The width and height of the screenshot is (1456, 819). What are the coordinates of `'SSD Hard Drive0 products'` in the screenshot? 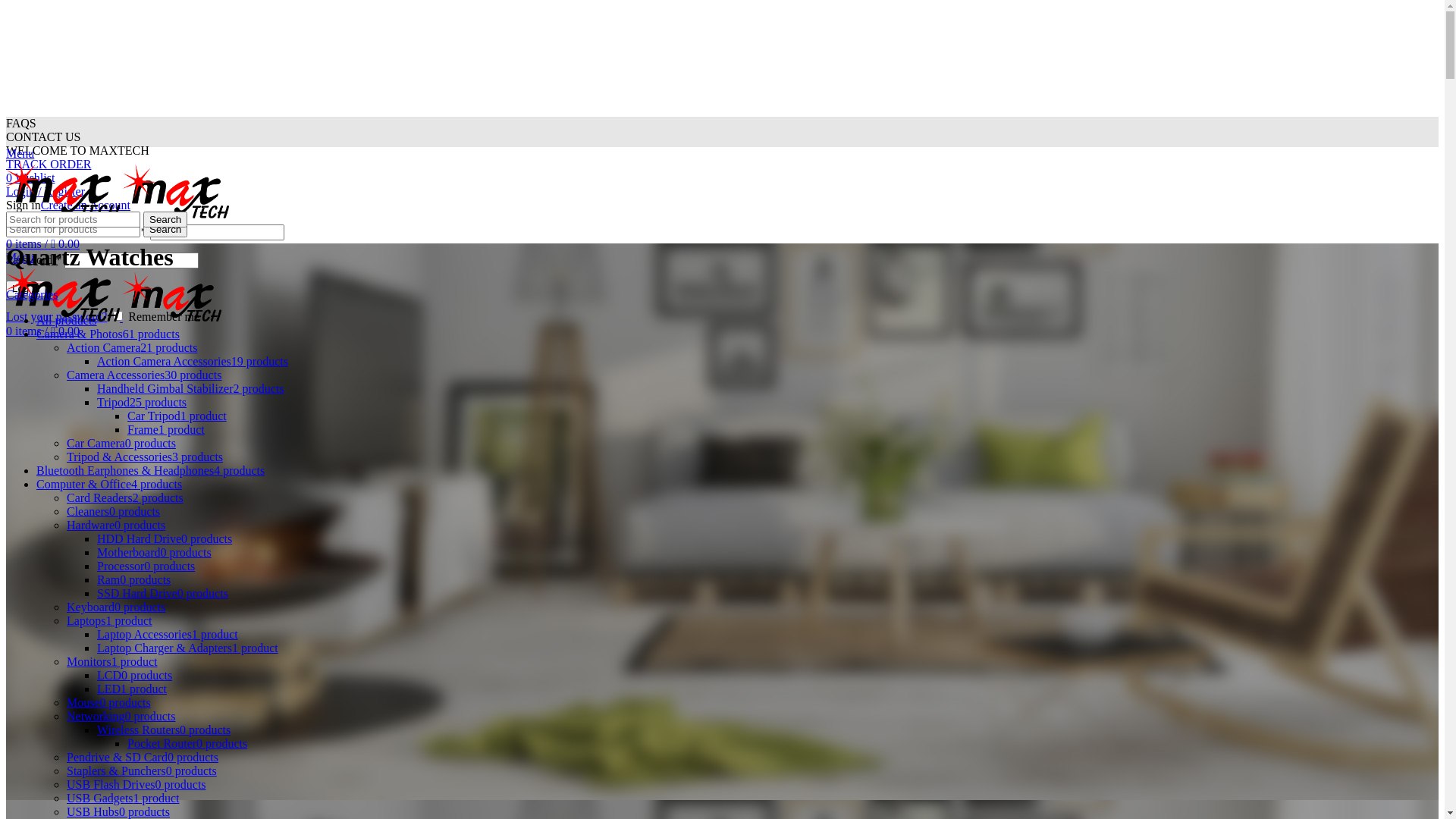 It's located at (162, 592).